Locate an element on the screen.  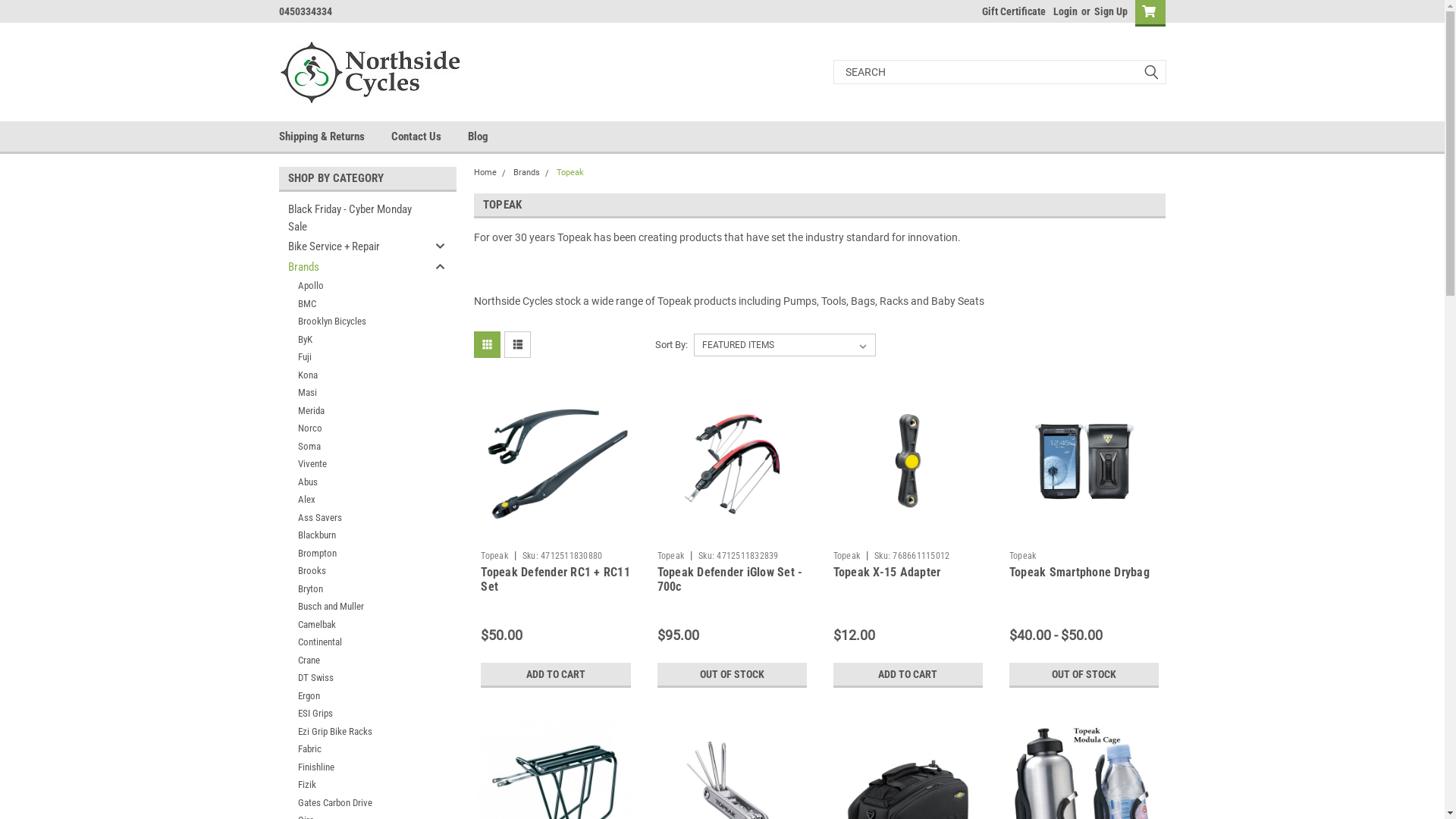
'Abus' is located at coordinates (279, 482).